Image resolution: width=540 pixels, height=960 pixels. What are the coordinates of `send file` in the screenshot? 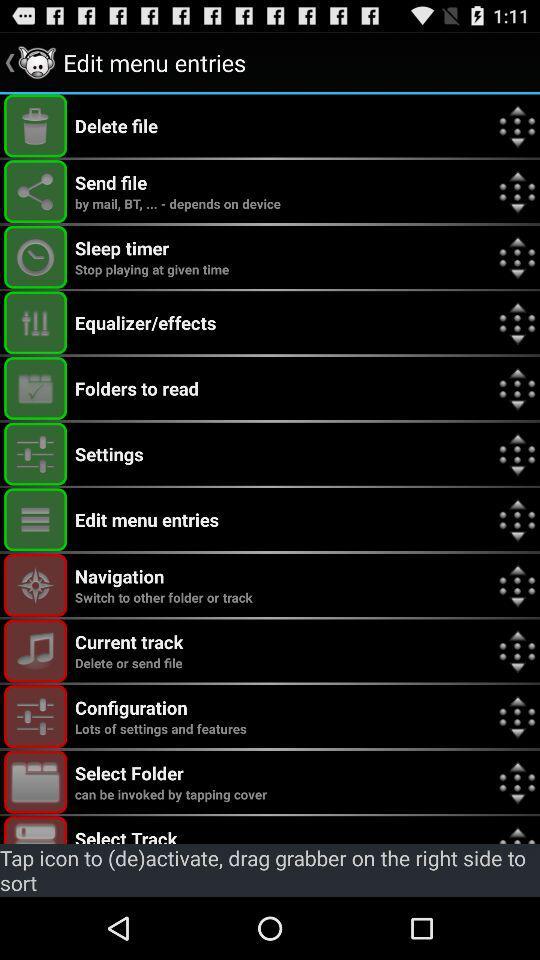 It's located at (35, 191).